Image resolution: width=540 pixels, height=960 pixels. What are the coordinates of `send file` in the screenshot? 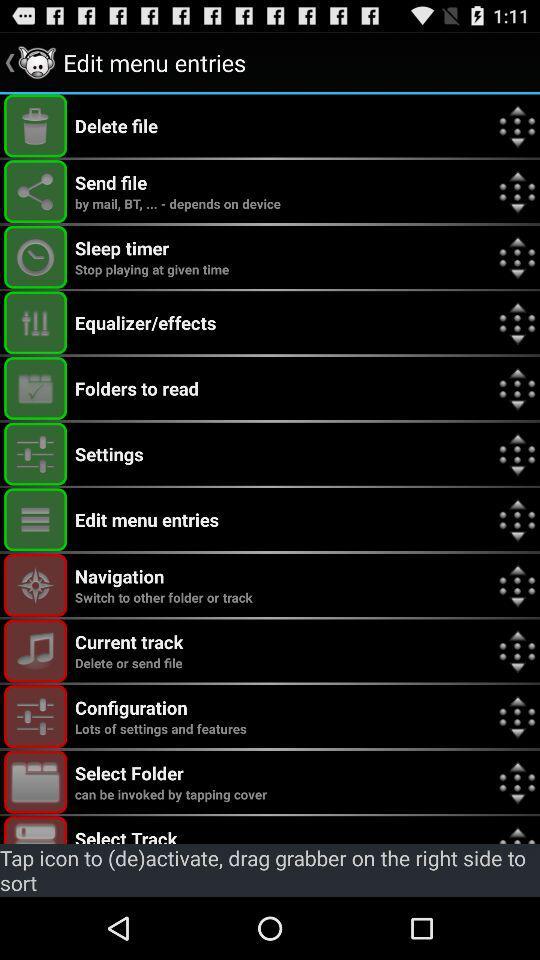 It's located at (35, 191).